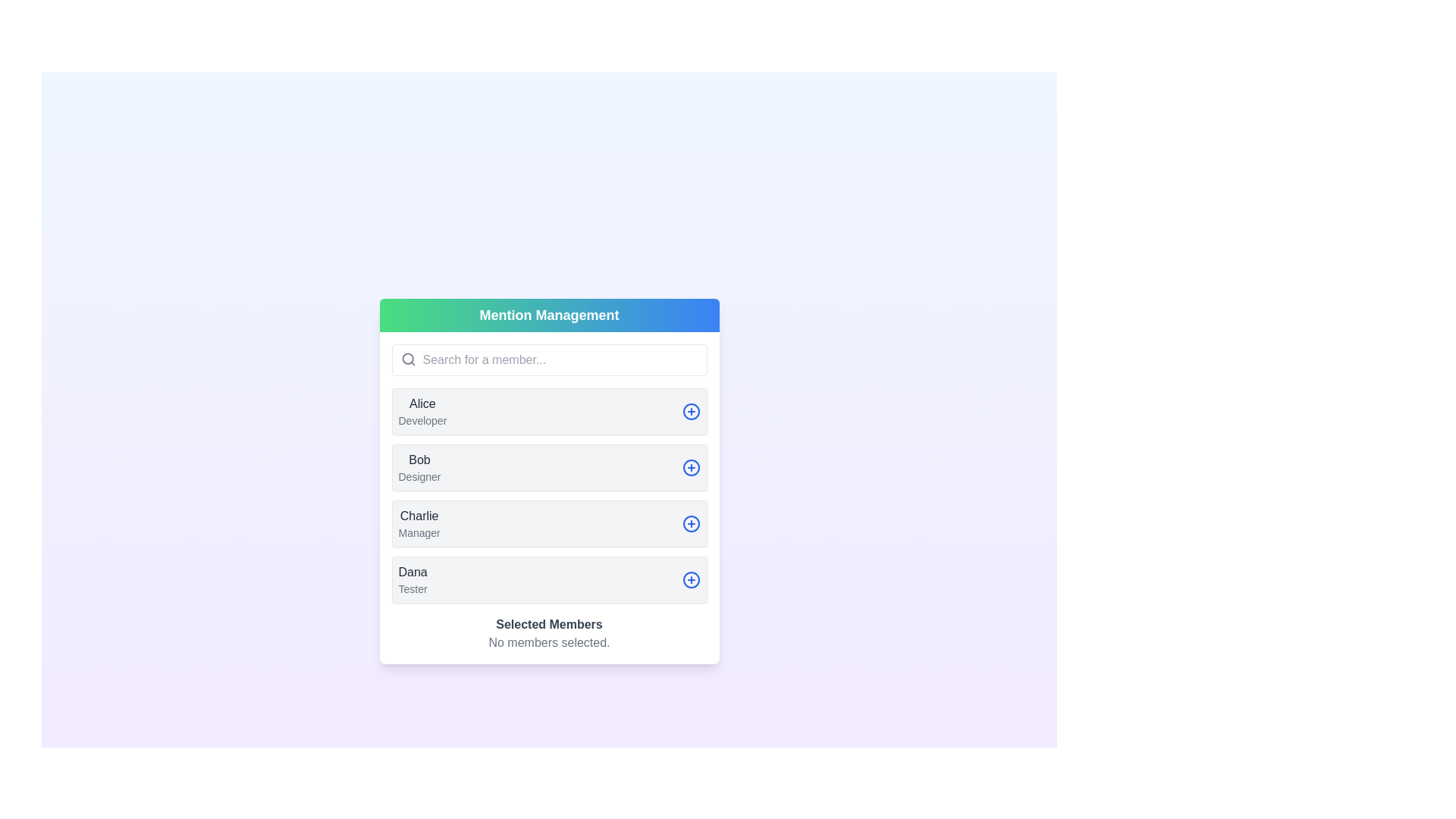  What do you see at coordinates (548, 522) in the screenshot?
I see `the list item representing the member 'Charlie', who is a 'Manager', to select it` at bounding box center [548, 522].